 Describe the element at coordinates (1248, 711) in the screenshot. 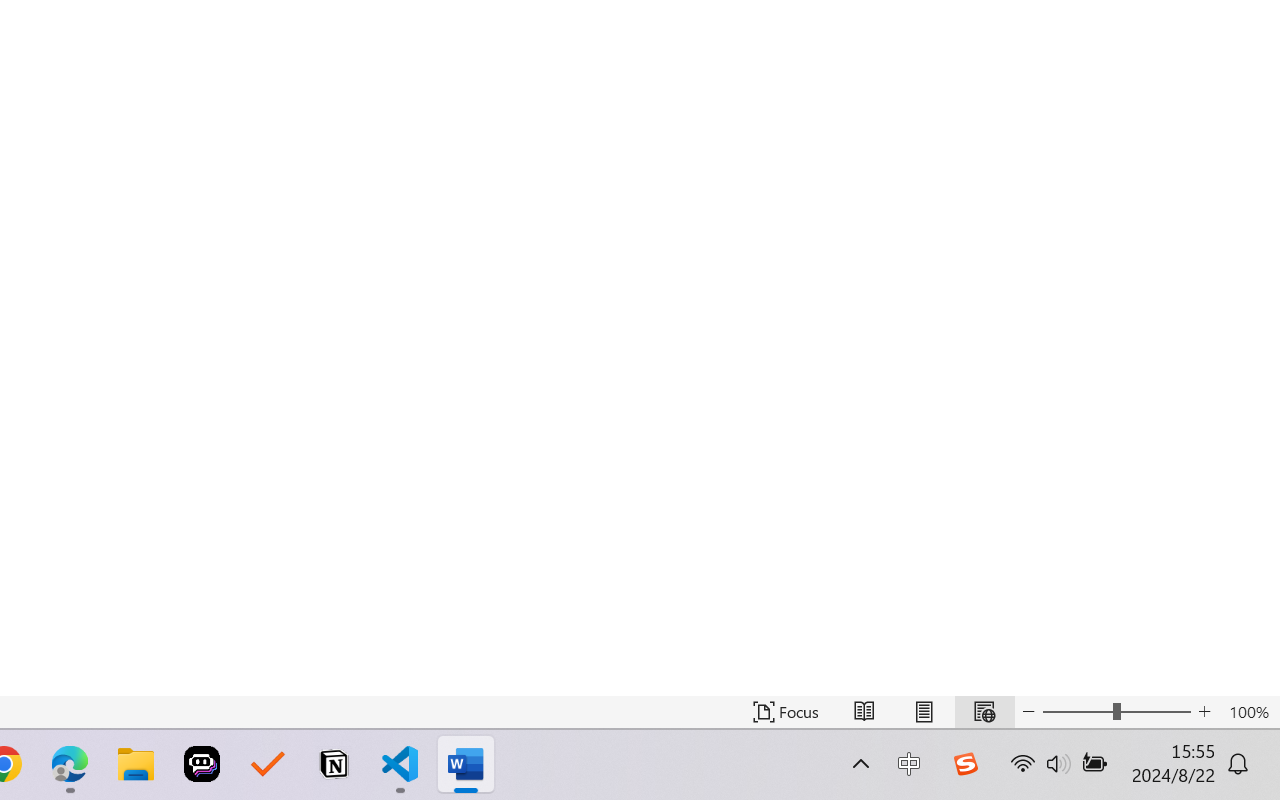

I see `'Zoom 100%'` at that location.